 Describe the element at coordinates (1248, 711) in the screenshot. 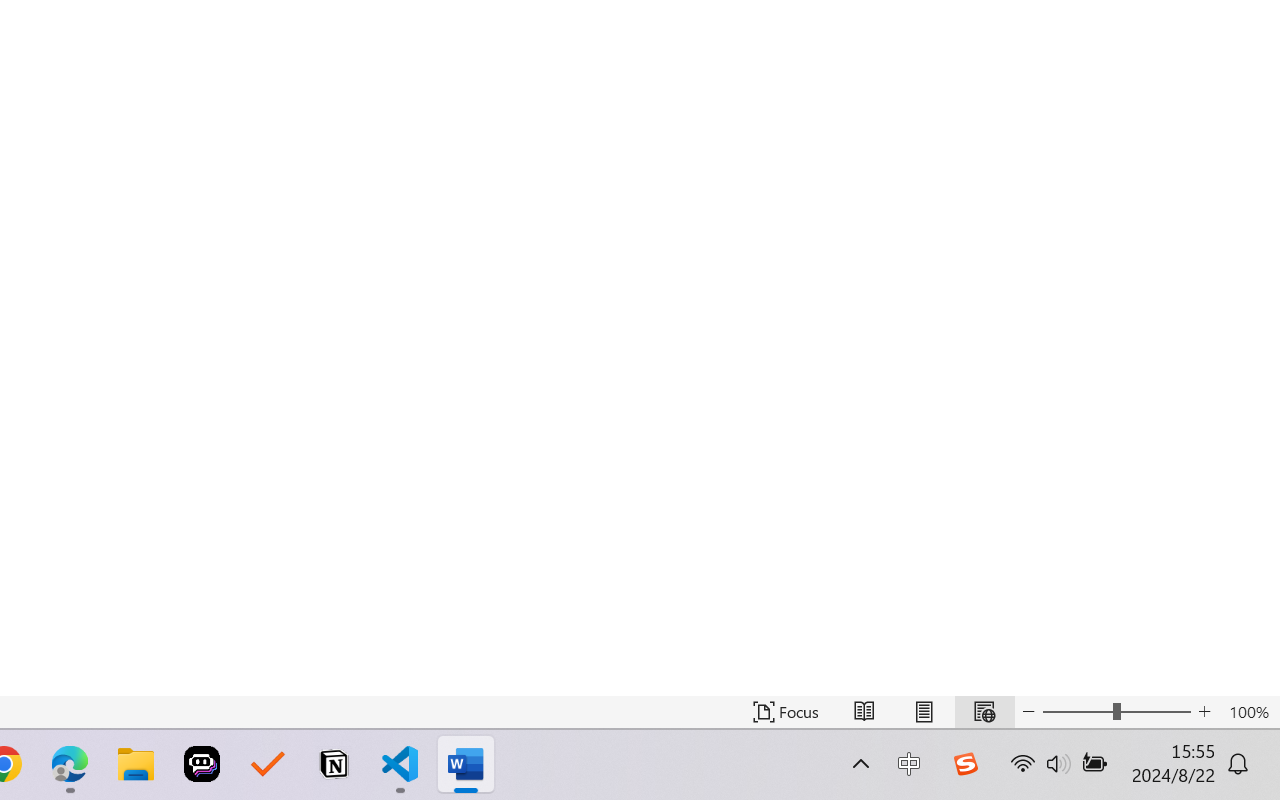

I see `'Zoom 100%'` at that location.